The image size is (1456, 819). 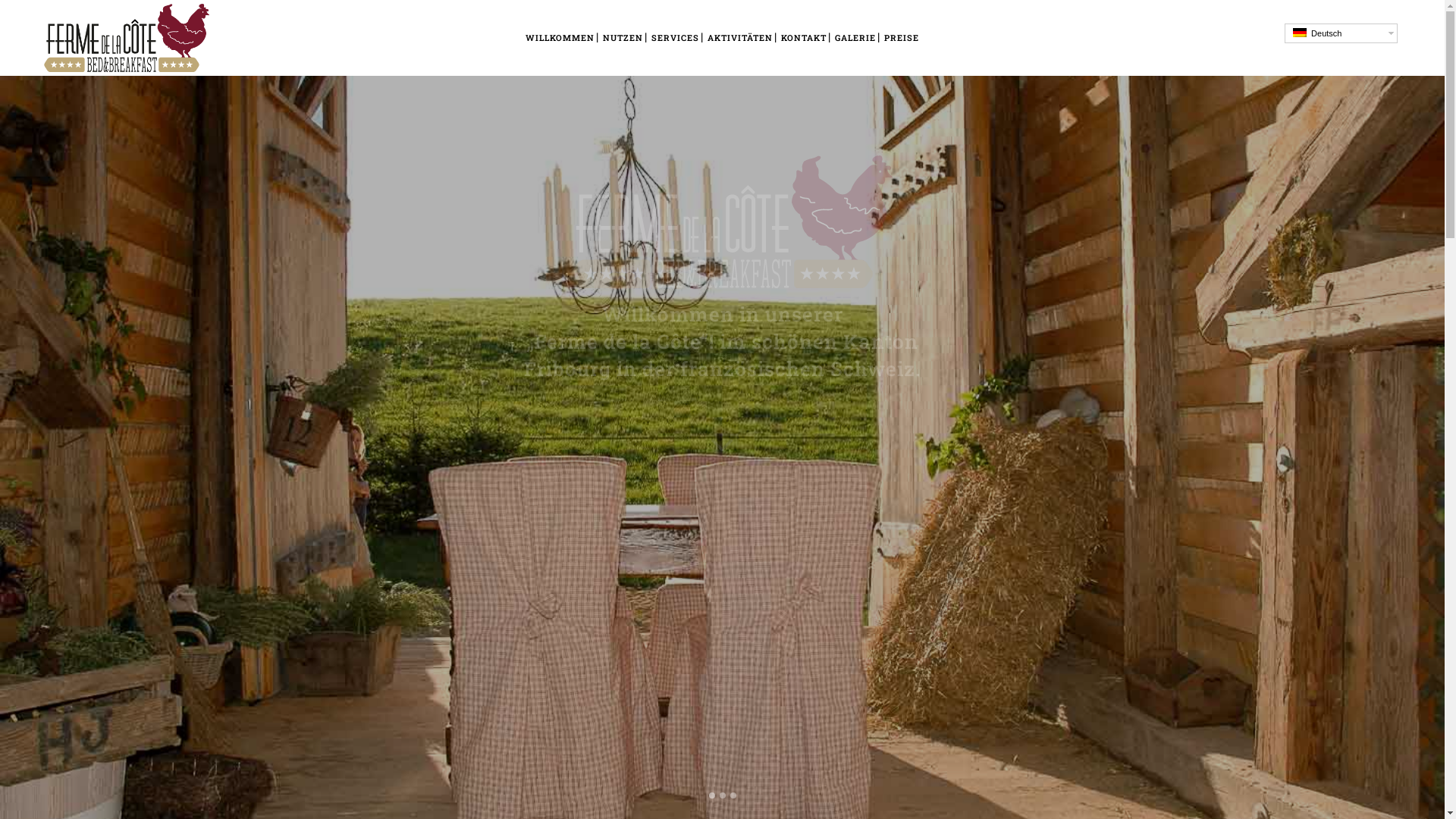 I want to click on ' Deutsch', so click(x=1341, y=32).